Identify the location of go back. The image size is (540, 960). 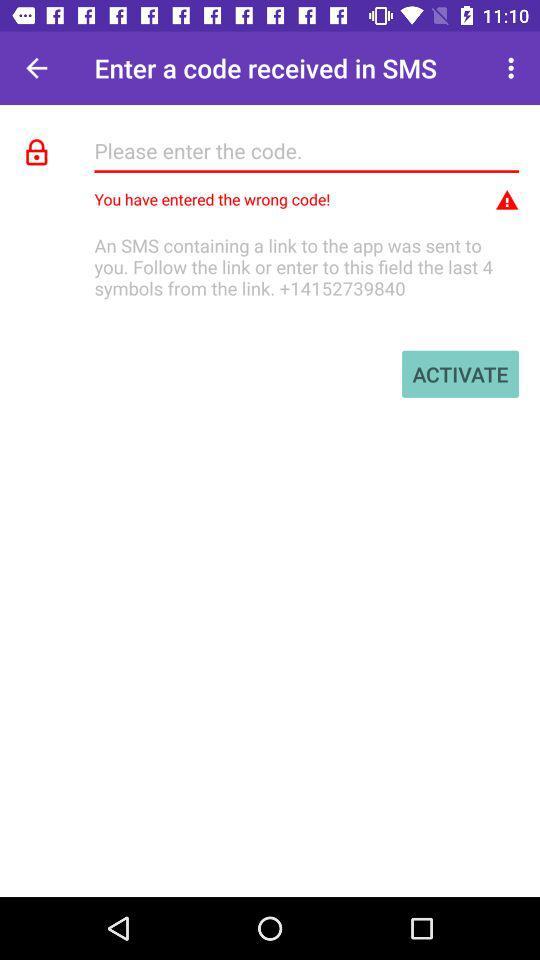
(36, 68).